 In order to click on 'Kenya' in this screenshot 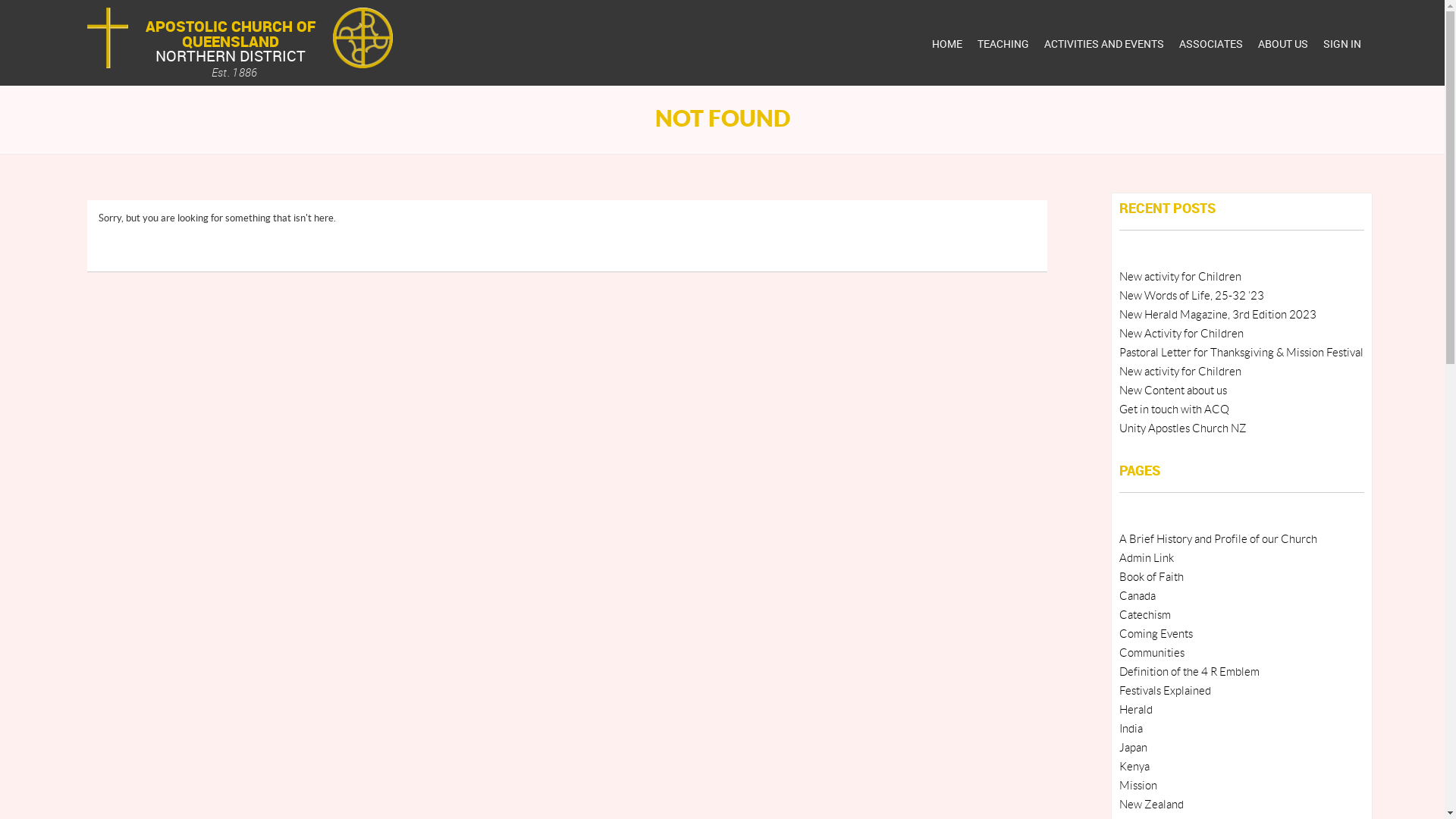, I will do `click(1134, 767)`.